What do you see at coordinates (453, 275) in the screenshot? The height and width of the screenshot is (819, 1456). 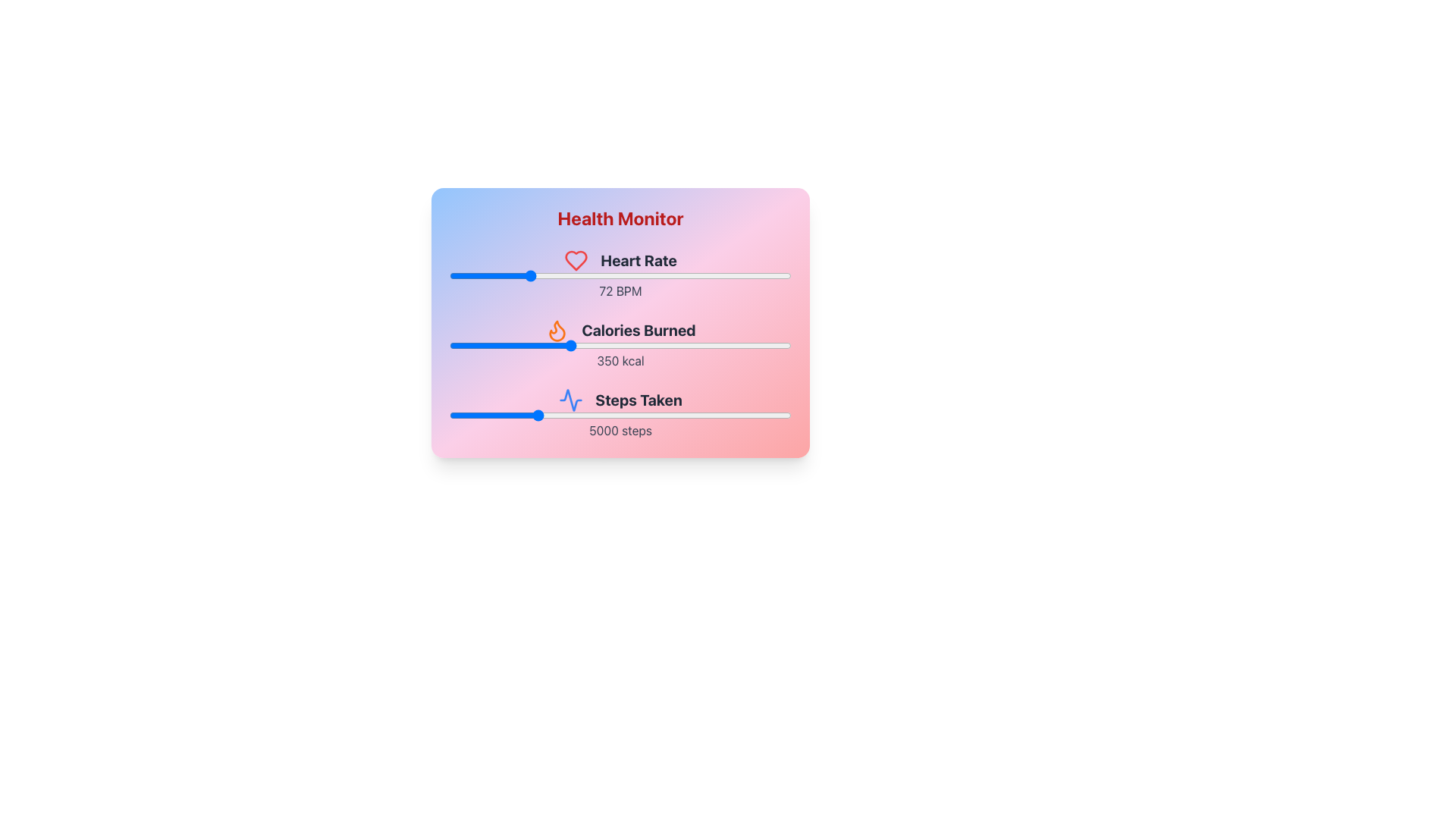 I see `heart rate` at bounding box center [453, 275].